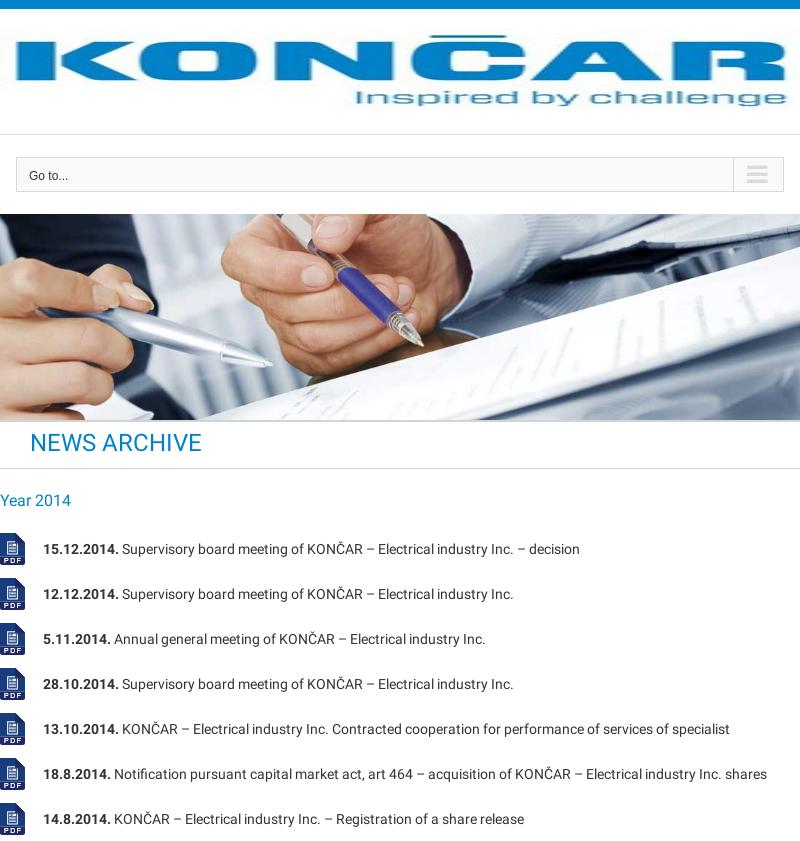 The image size is (800, 841). What do you see at coordinates (77, 818) in the screenshot?
I see `'14.8.2014.'` at bounding box center [77, 818].